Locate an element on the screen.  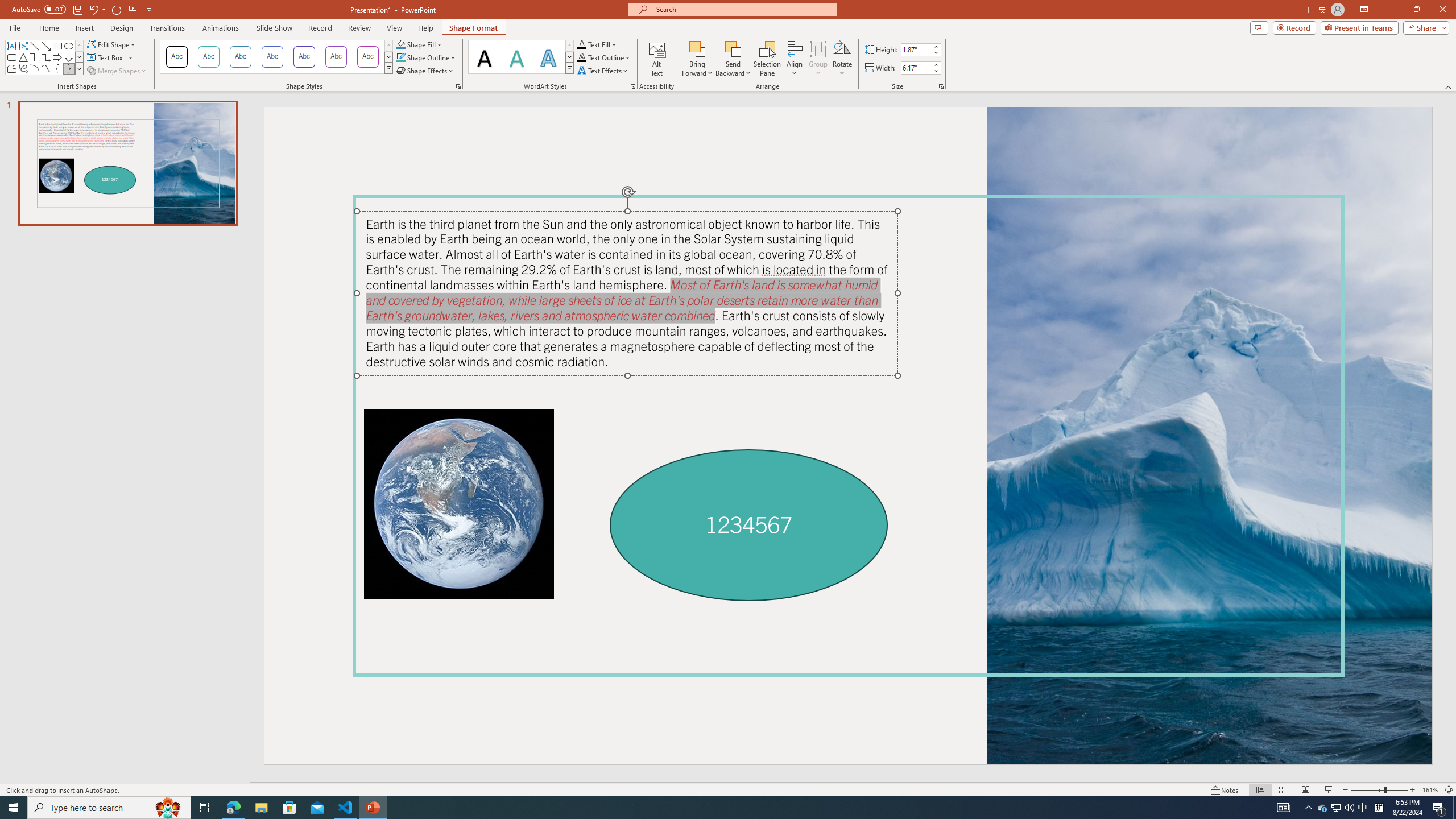
'Notes ' is located at coordinates (1225, 790).